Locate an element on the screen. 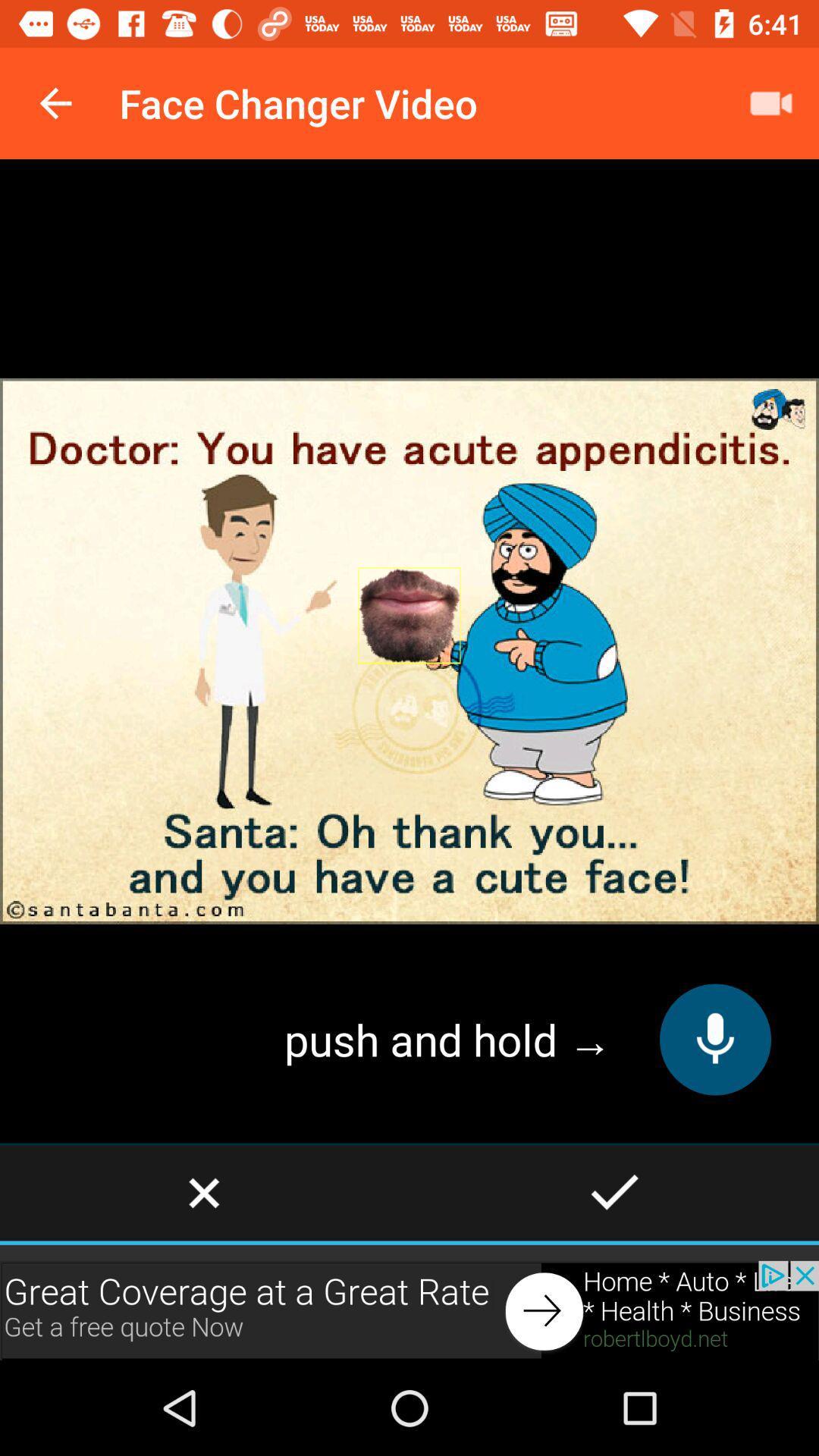 The width and height of the screenshot is (819, 1456). shows the advertisement tab is located at coordinates (409, 1310).